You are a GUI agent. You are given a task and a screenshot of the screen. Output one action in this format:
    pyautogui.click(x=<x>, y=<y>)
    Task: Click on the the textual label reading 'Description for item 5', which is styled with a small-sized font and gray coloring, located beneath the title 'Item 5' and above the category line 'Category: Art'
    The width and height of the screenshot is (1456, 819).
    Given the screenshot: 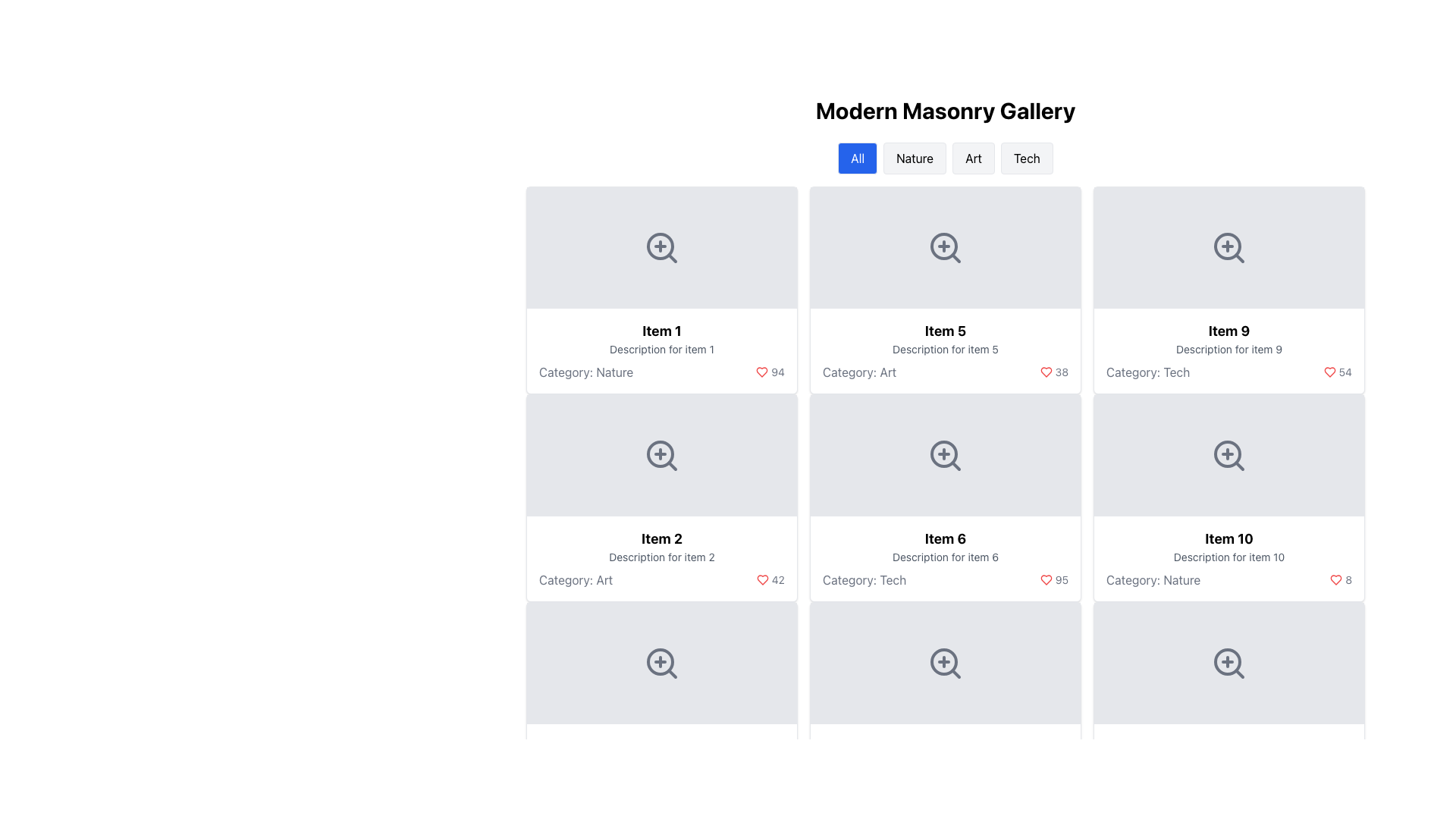 What is the action you would take?
    pyautogui.click(x=945, y=350)
    